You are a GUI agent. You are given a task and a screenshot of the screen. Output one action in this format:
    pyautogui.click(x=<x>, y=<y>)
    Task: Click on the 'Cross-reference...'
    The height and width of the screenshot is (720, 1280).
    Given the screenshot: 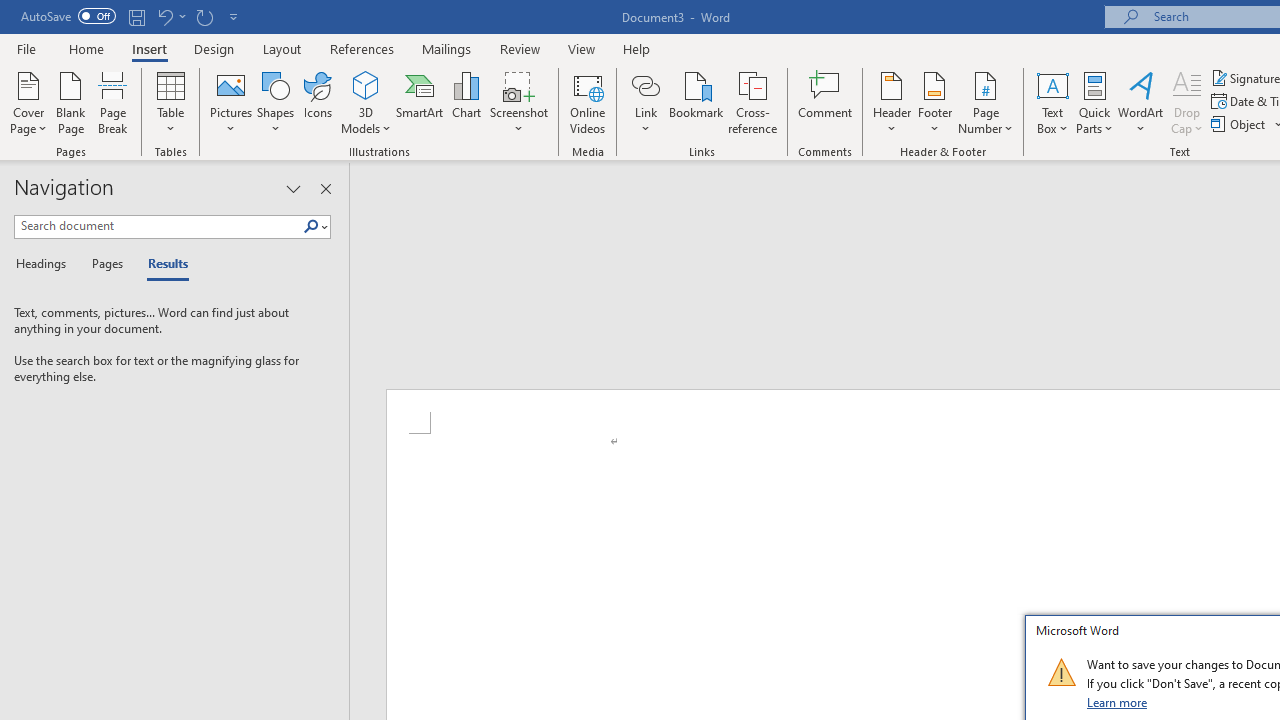 What is the action you would take?
    pyautogui.click(x=751, y=103)
    